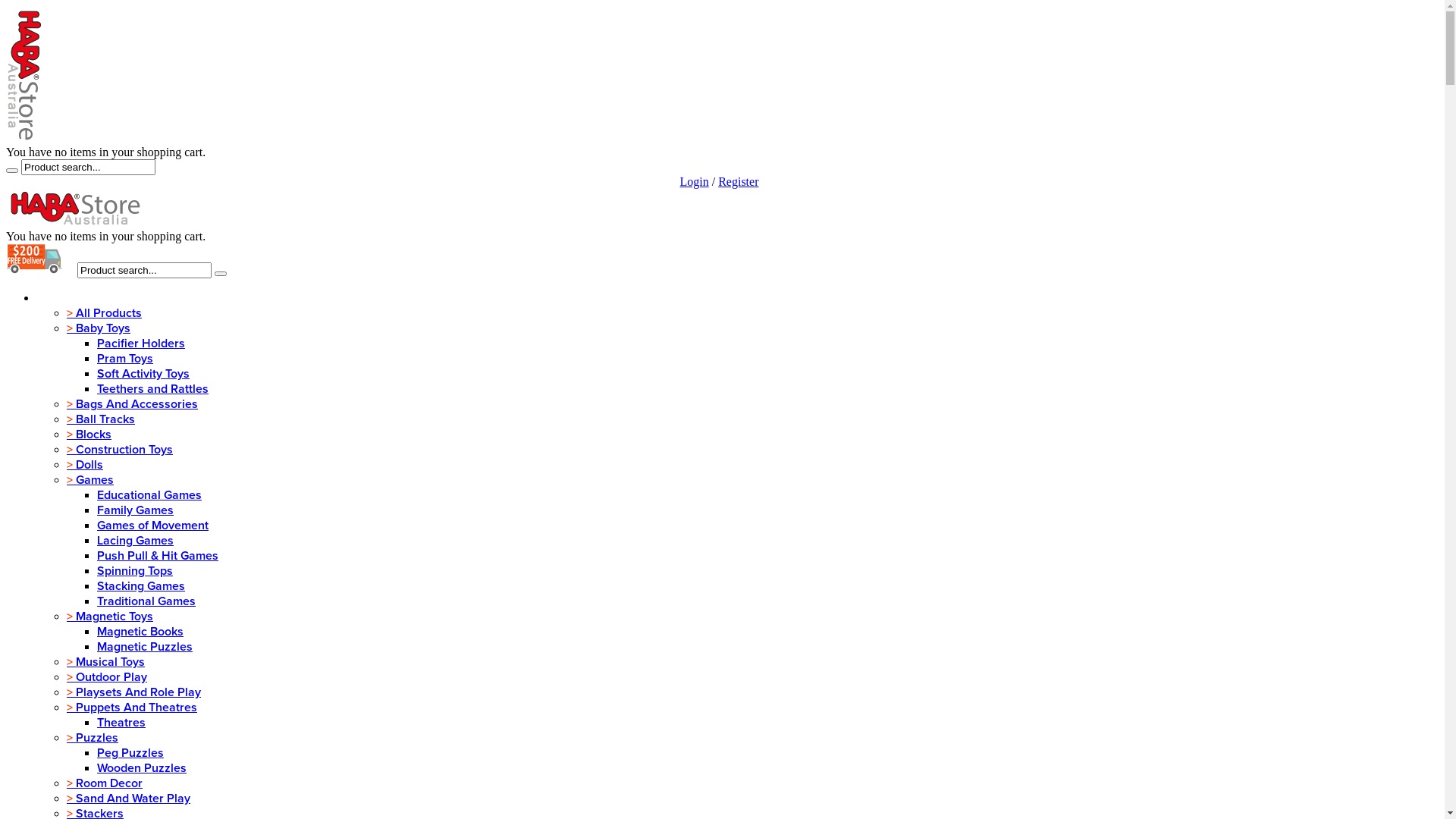  What do you see at coordinates (119, 449) in the screenshot?
I see `'> Construction Toys'` at bounding box center [119, 449].